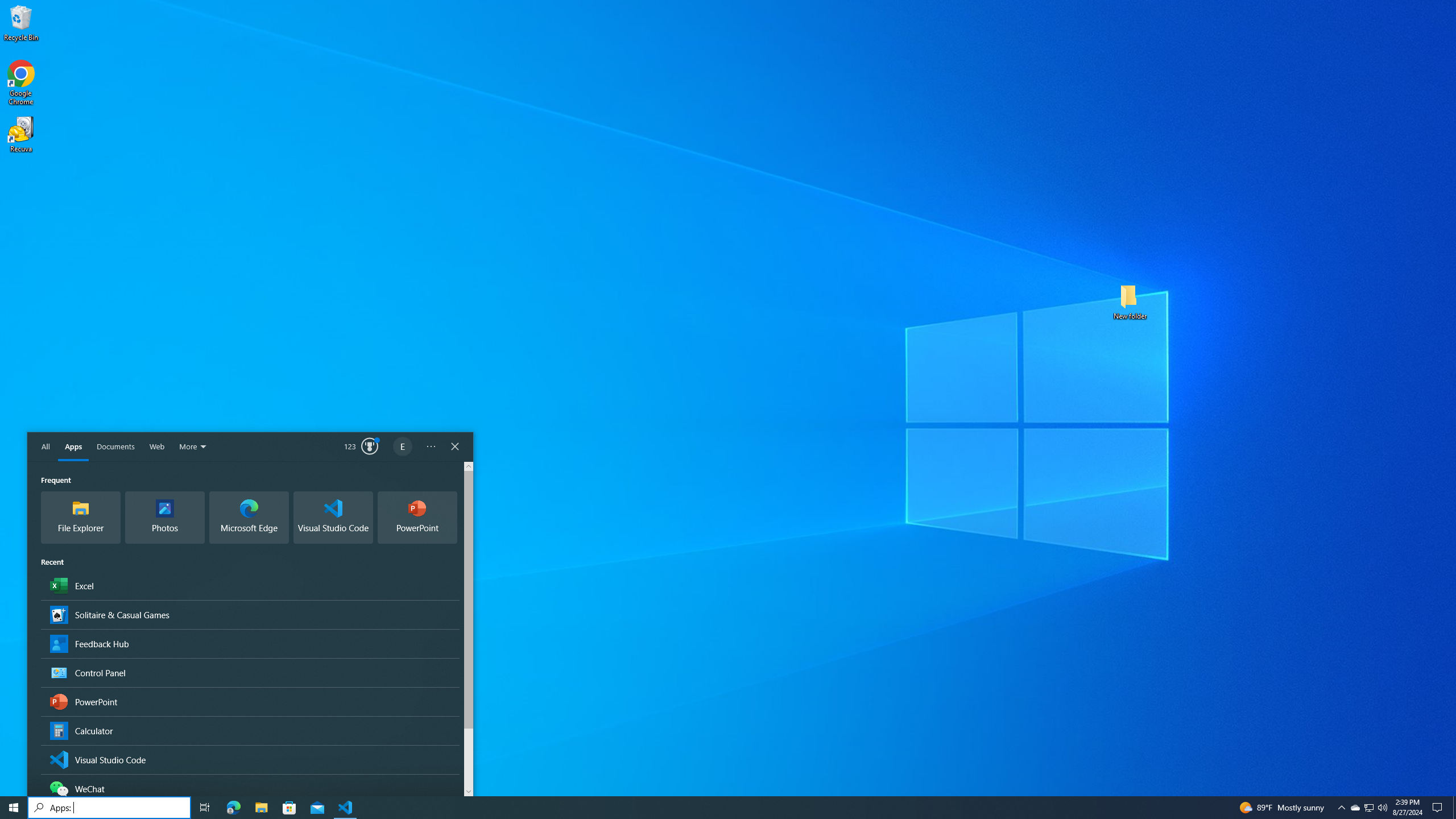  What do you see at coordinates (45, 446) in the screenshot?
I see `'All'` at bounding box center [45, 446].